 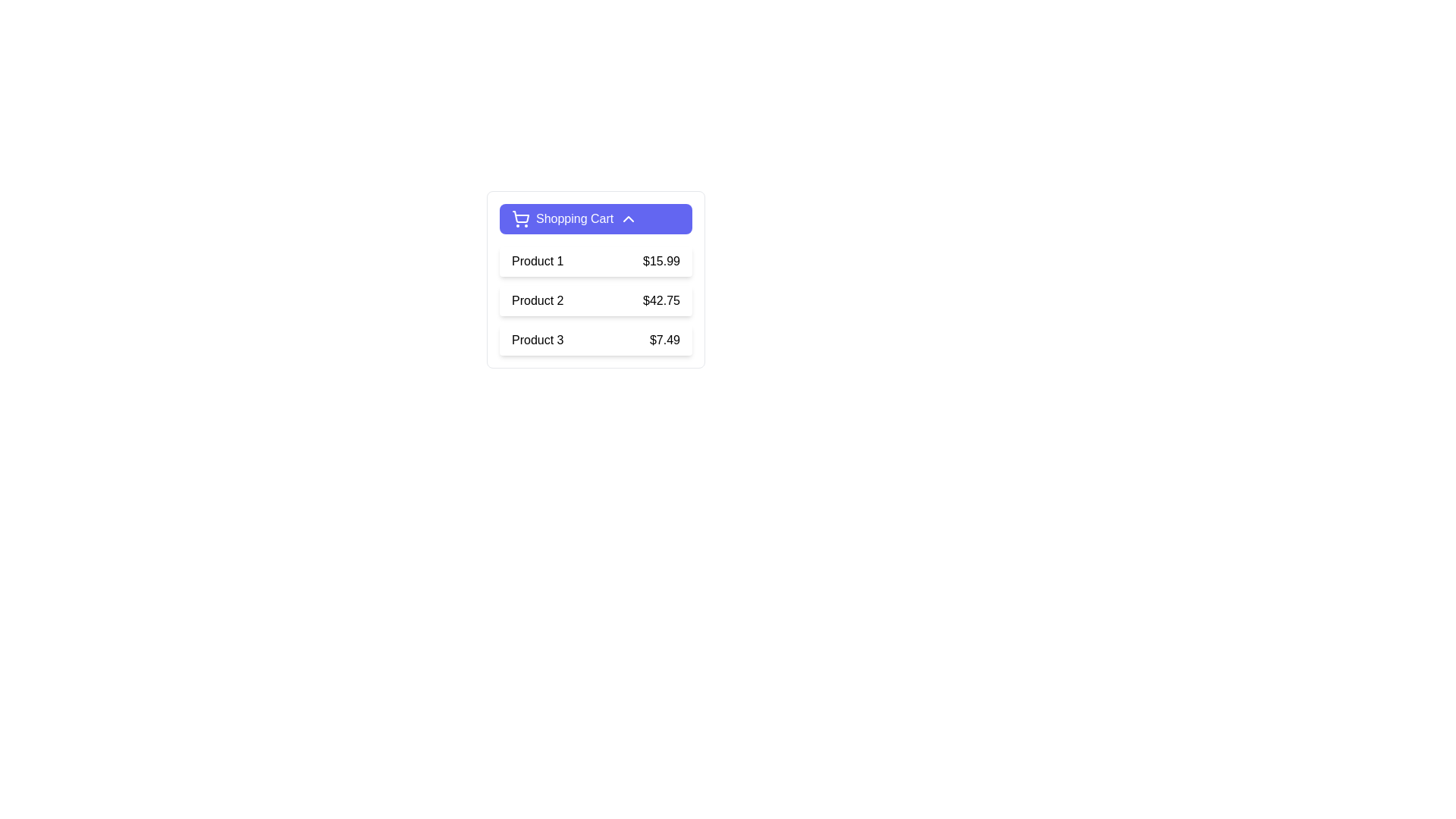 What do you see at coordinates (538, 301) in the screenshot?
I see `the product name text label in the shopping cart interface, which is located to the left of the price label displaying '$42.75'` at bounding box center [538, 301].